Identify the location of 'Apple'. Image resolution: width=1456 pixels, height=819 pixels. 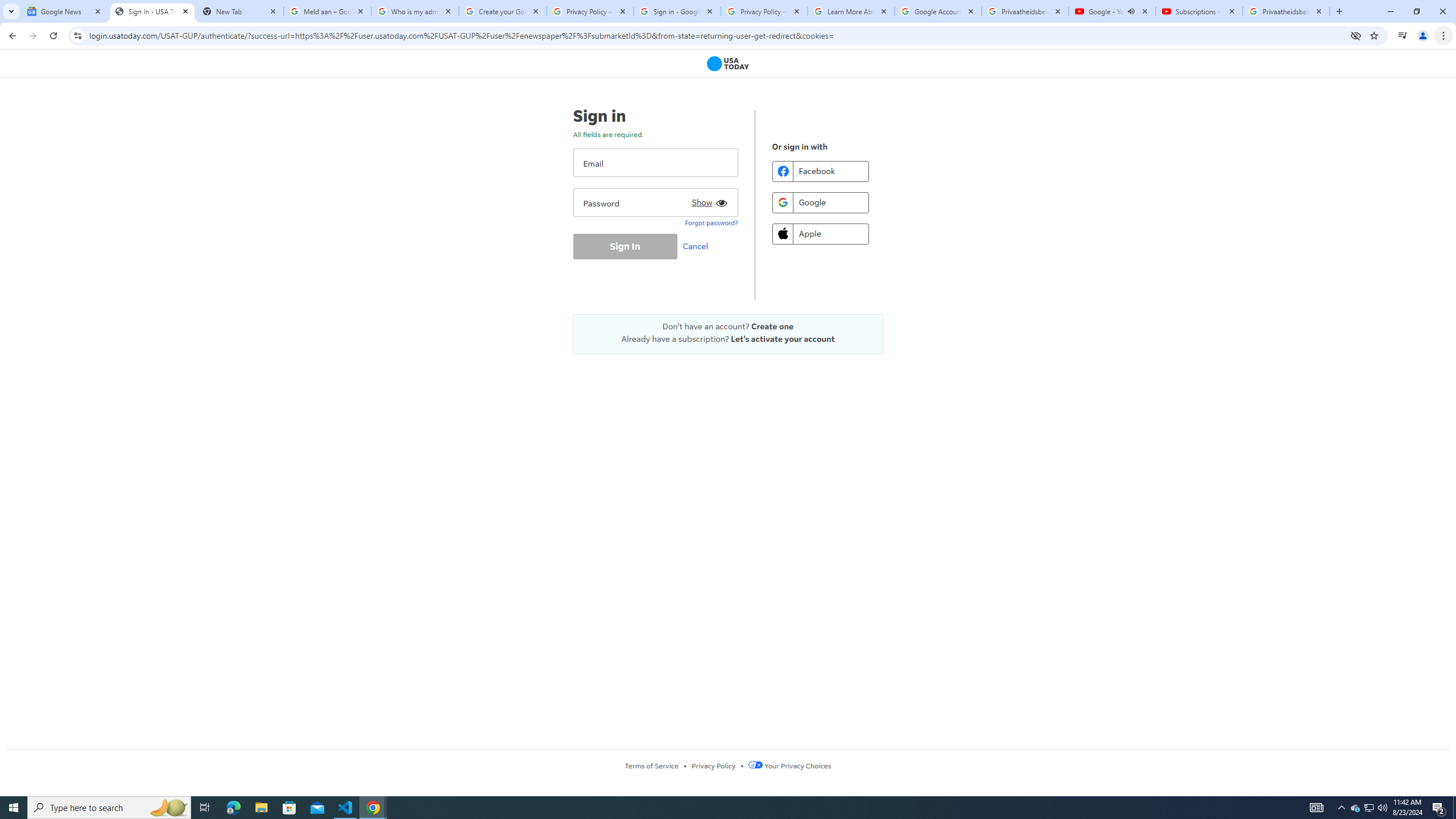
(820, 233).